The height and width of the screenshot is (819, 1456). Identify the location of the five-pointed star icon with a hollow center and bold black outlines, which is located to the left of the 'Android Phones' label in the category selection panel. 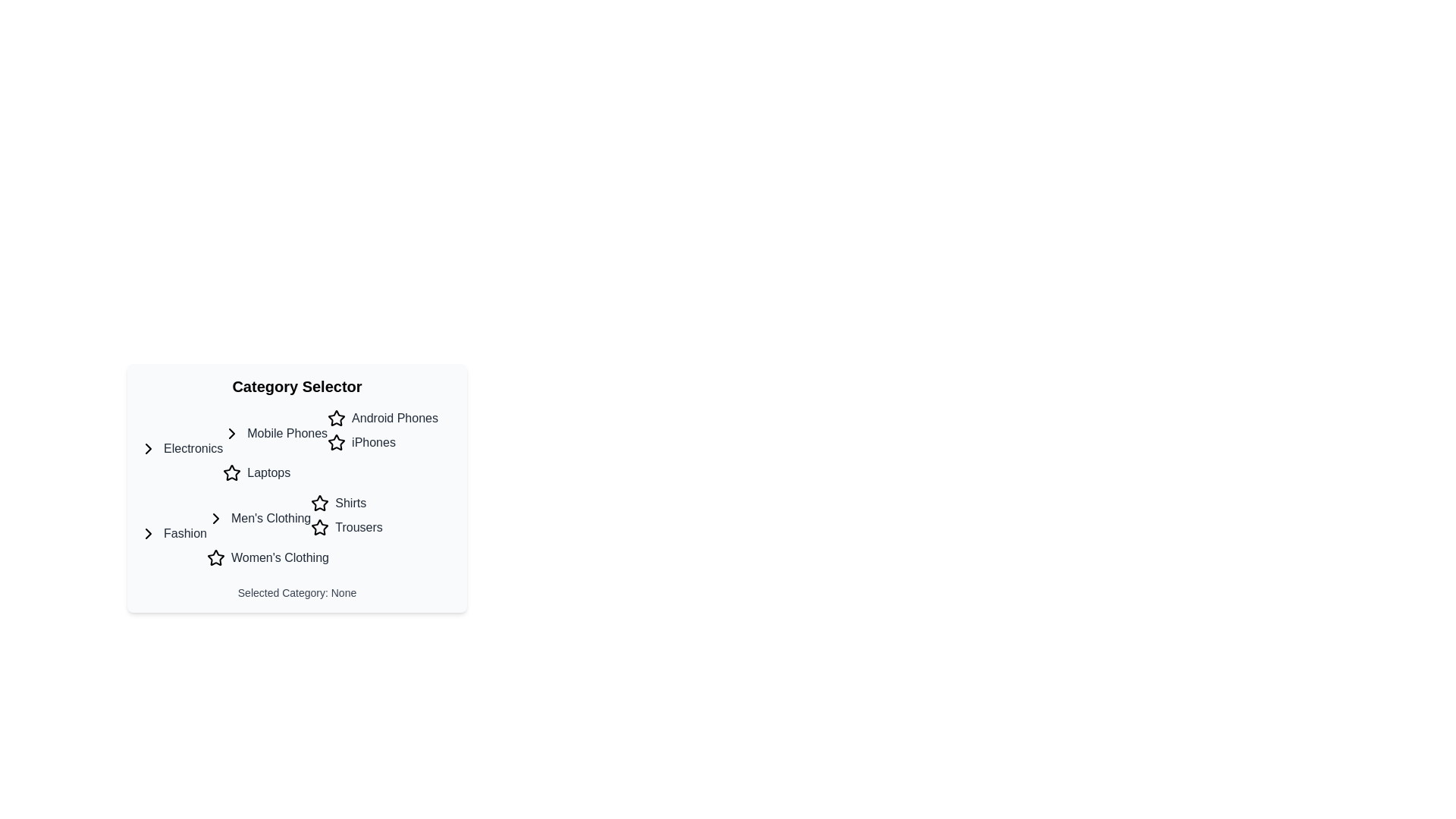
(336, 418).